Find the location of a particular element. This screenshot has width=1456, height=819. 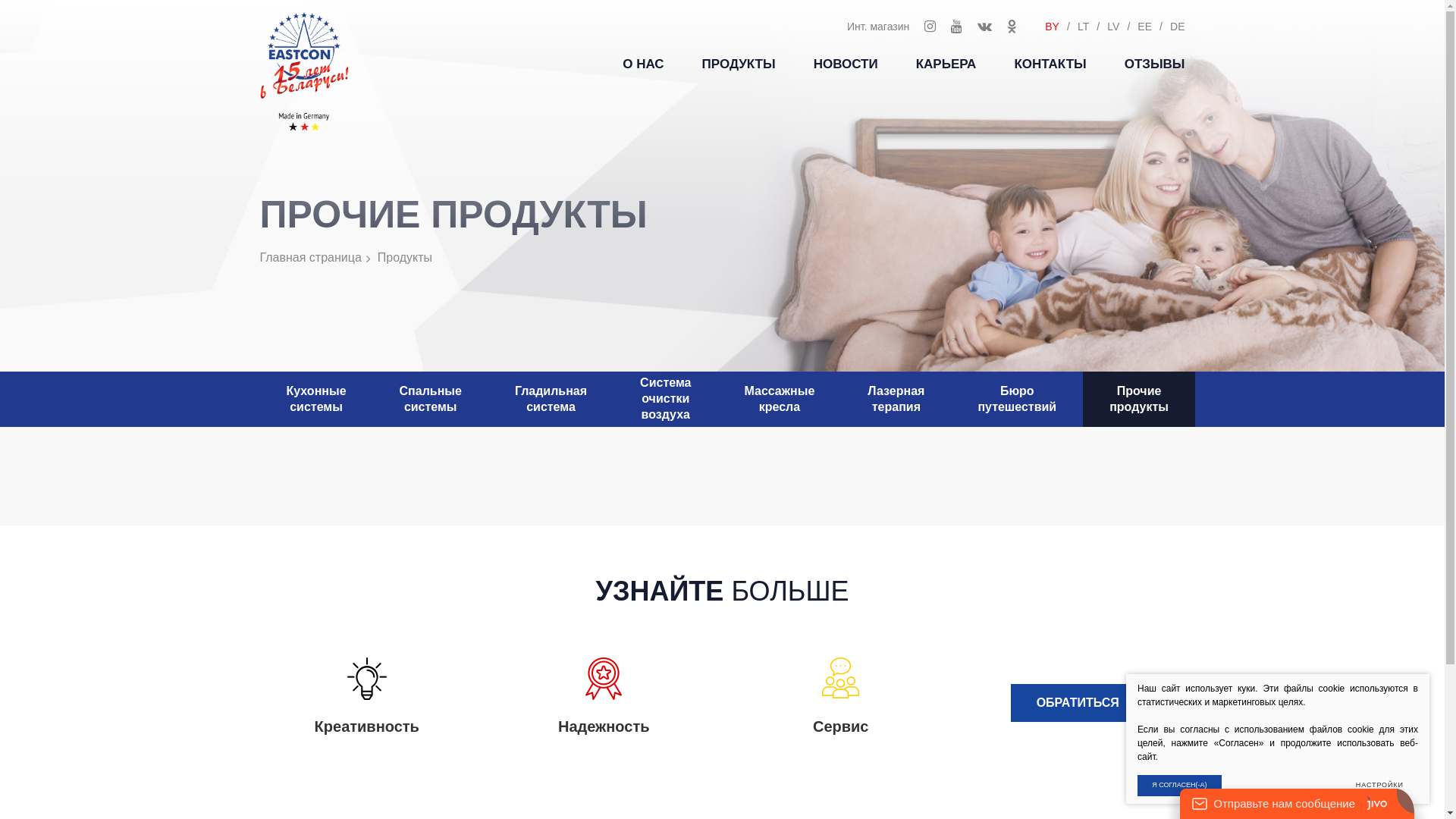

'LT' is located at coordinates (1068, 27).